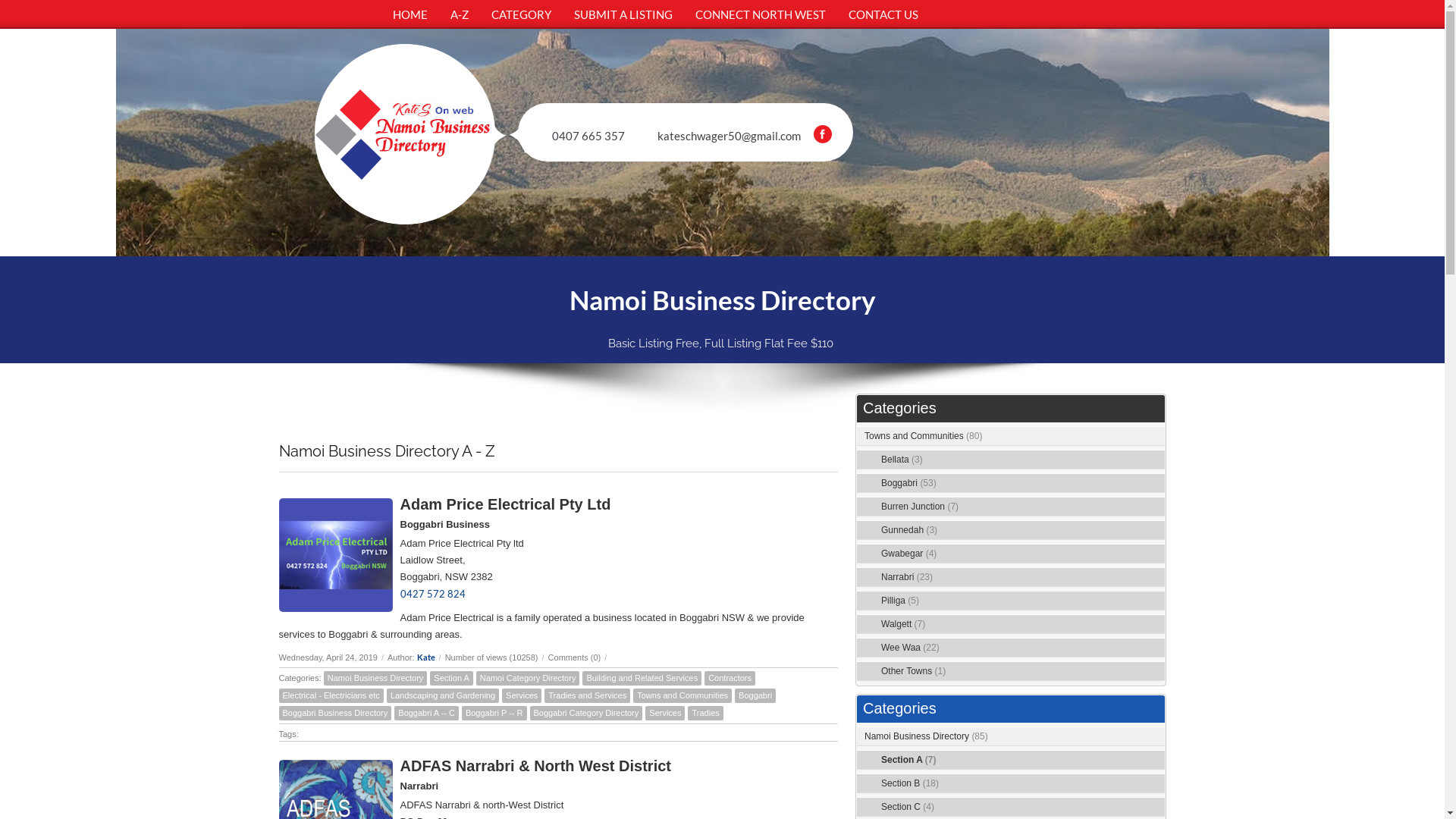 The image size is (1456, 819). What do you see at coordinates (450, 677) in the screenshot?
I see `'Section A'` at bounding box center [450, 677].